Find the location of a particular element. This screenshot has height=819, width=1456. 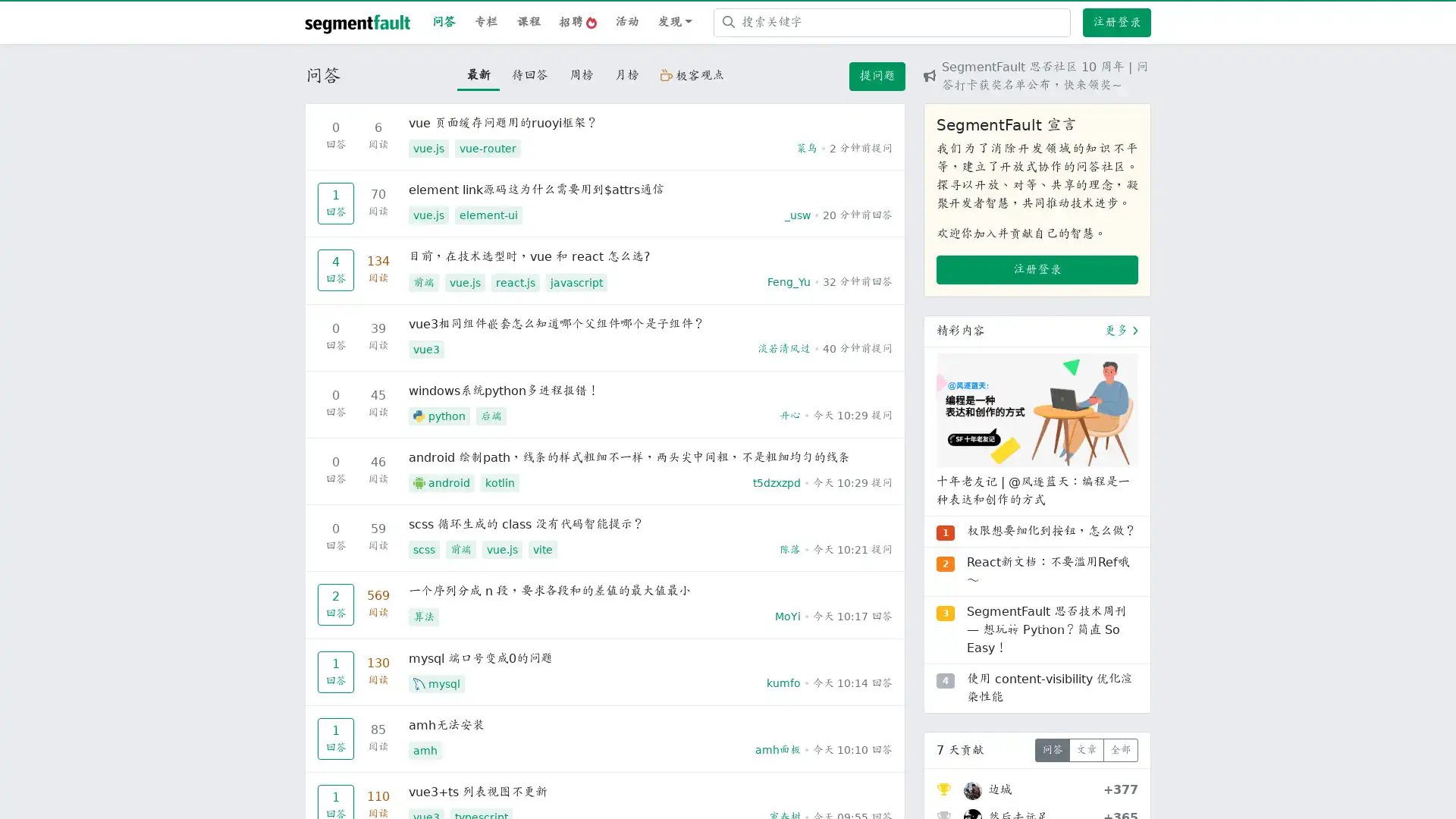

Slide 2 is located at coordinates (1037, 626).